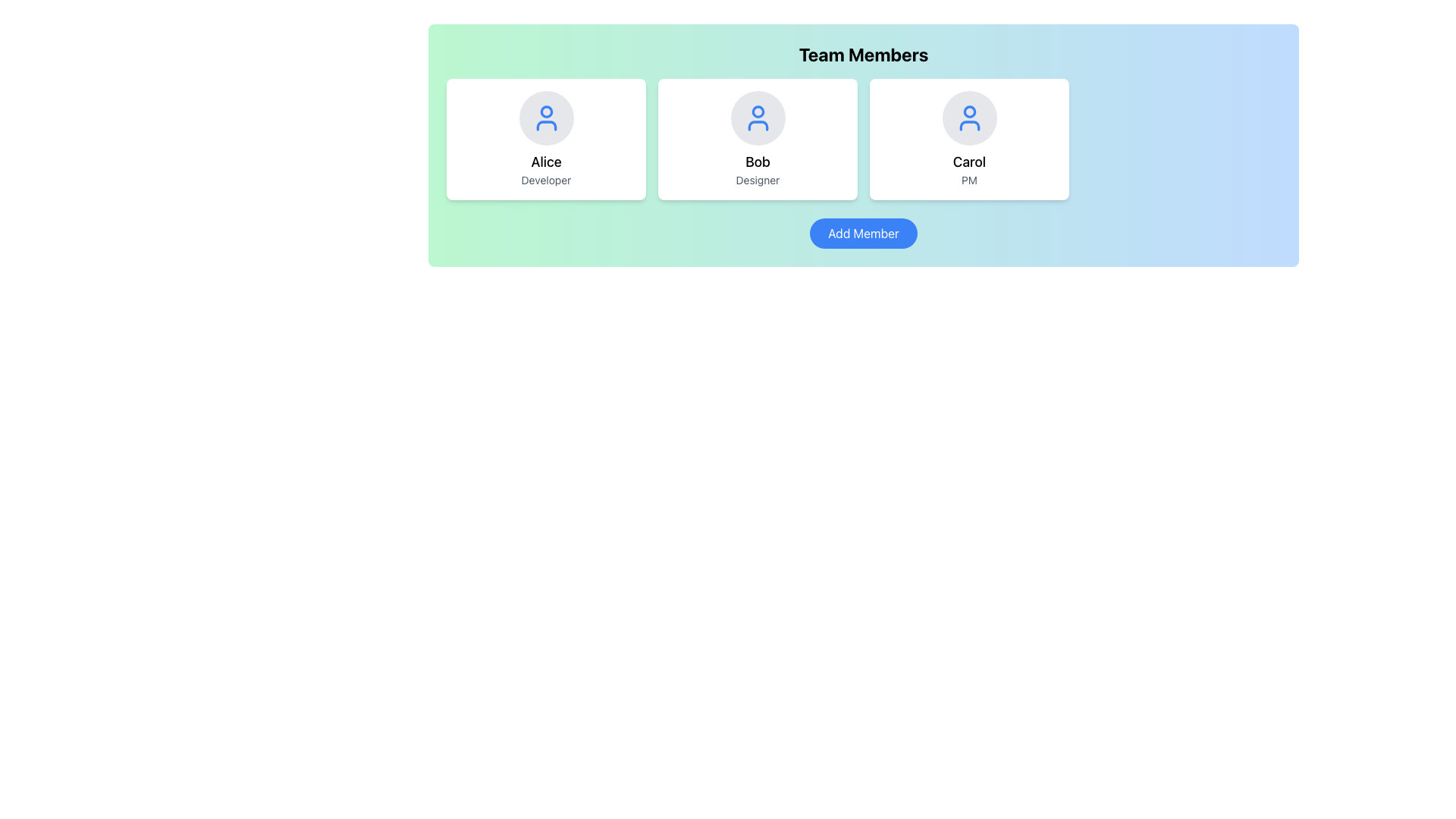 This screenshot has width=1456, height=819. I want to click on the user profile icon for 'Alice' located in the leftmost card under the 'Team Members' header, so click(546, 117).